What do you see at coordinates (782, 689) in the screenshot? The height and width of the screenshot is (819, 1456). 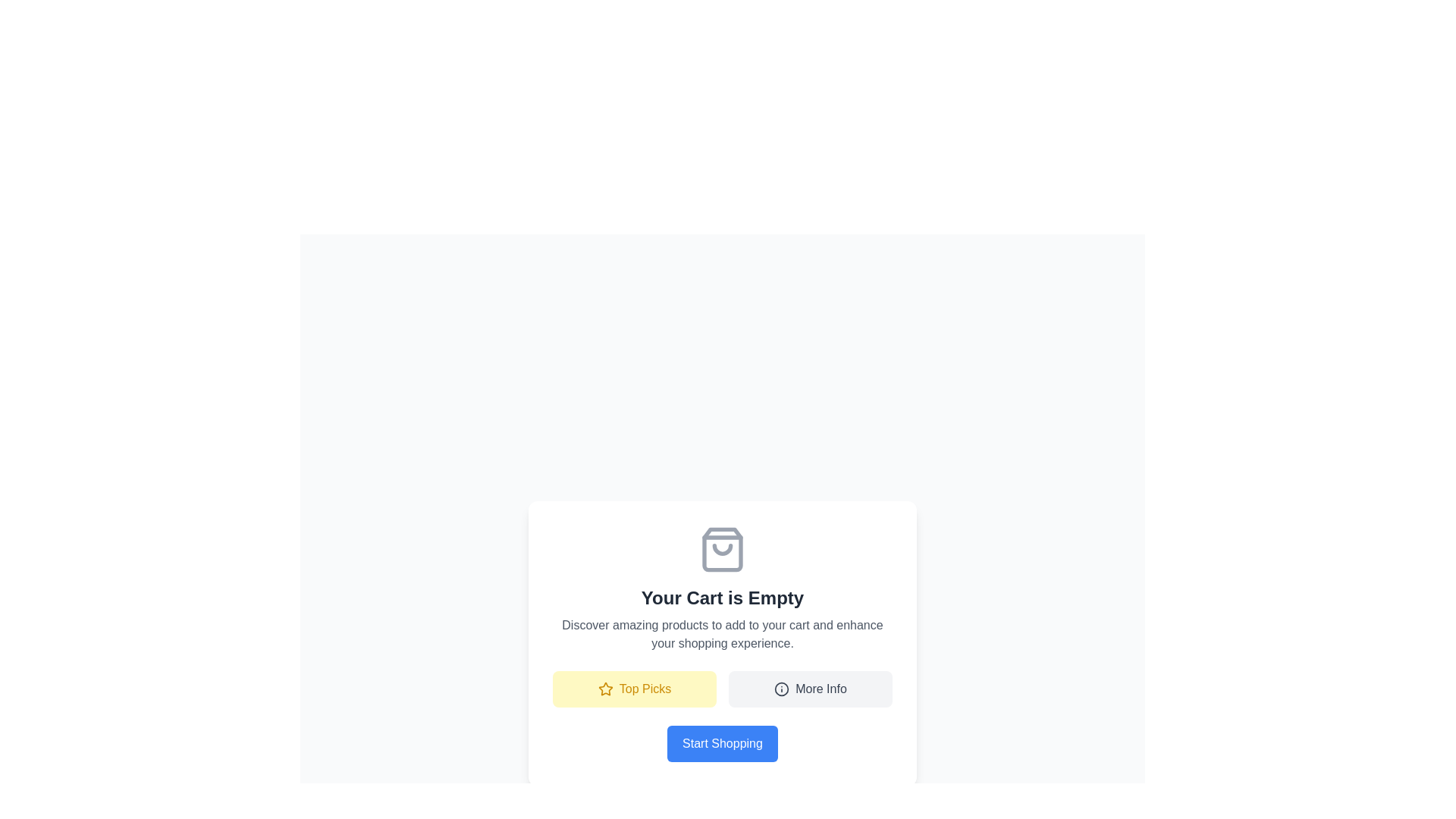 I see `the circular graphic within the information icon located to the right of the 'Your Cart is Empty' message` at bounding box center [782, 689].